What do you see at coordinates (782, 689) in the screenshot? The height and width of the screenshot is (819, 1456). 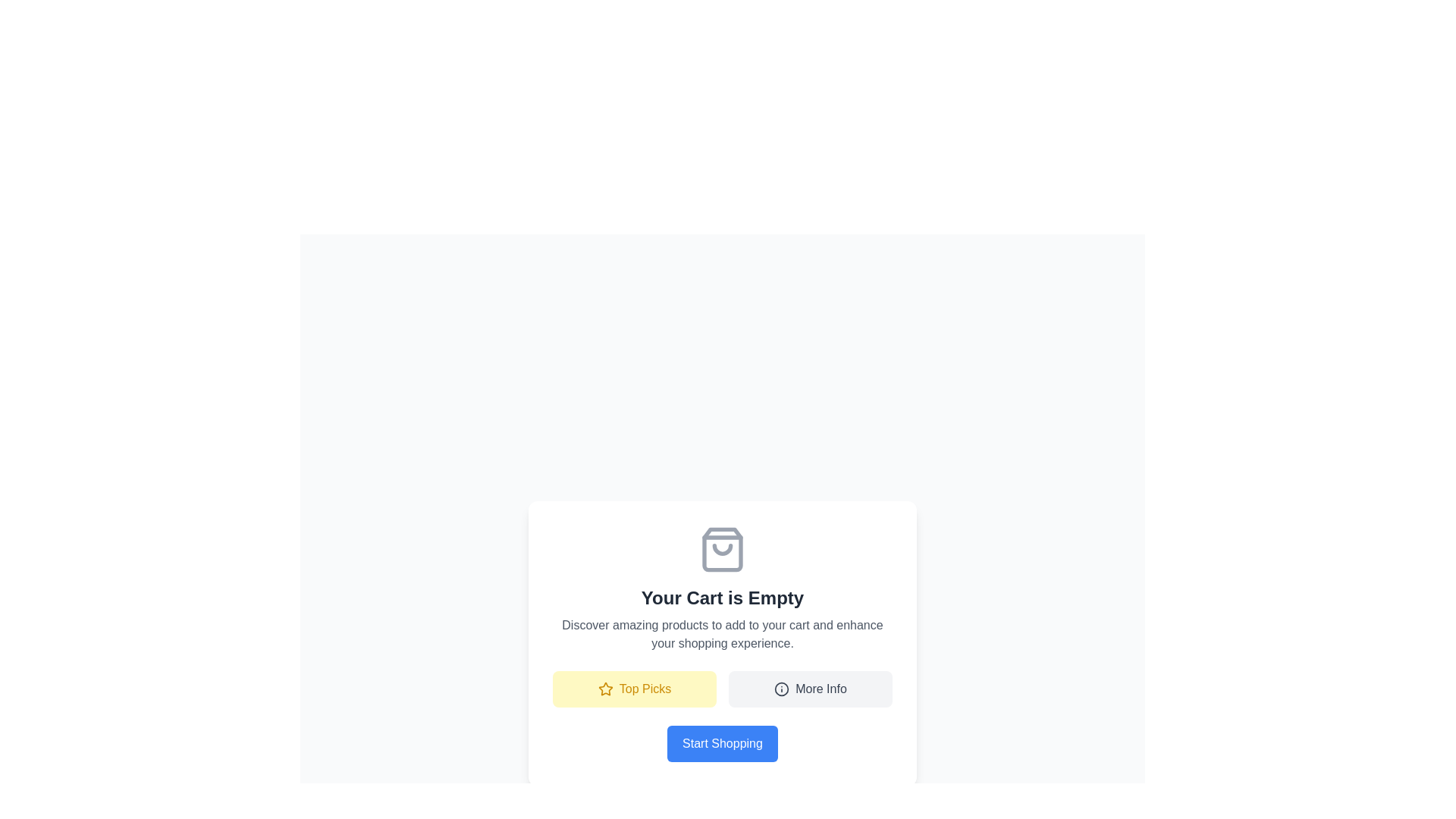 I see `the circular graphic within the information icon located to the right of the 'Your Cart is Empty' message` at bounding box center [782, 689].